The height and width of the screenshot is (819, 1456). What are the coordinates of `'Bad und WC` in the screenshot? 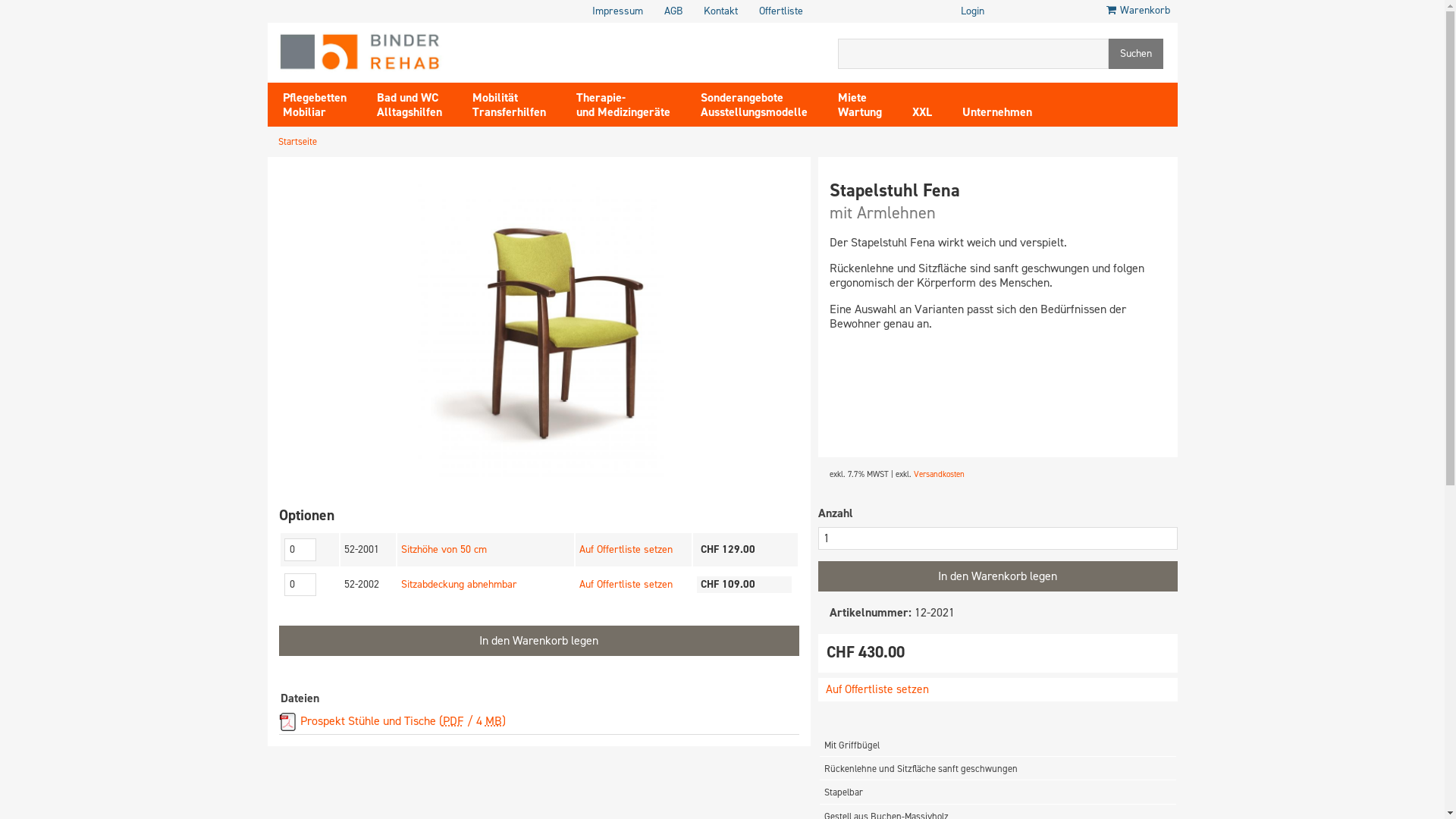 It's located at (359, 103).